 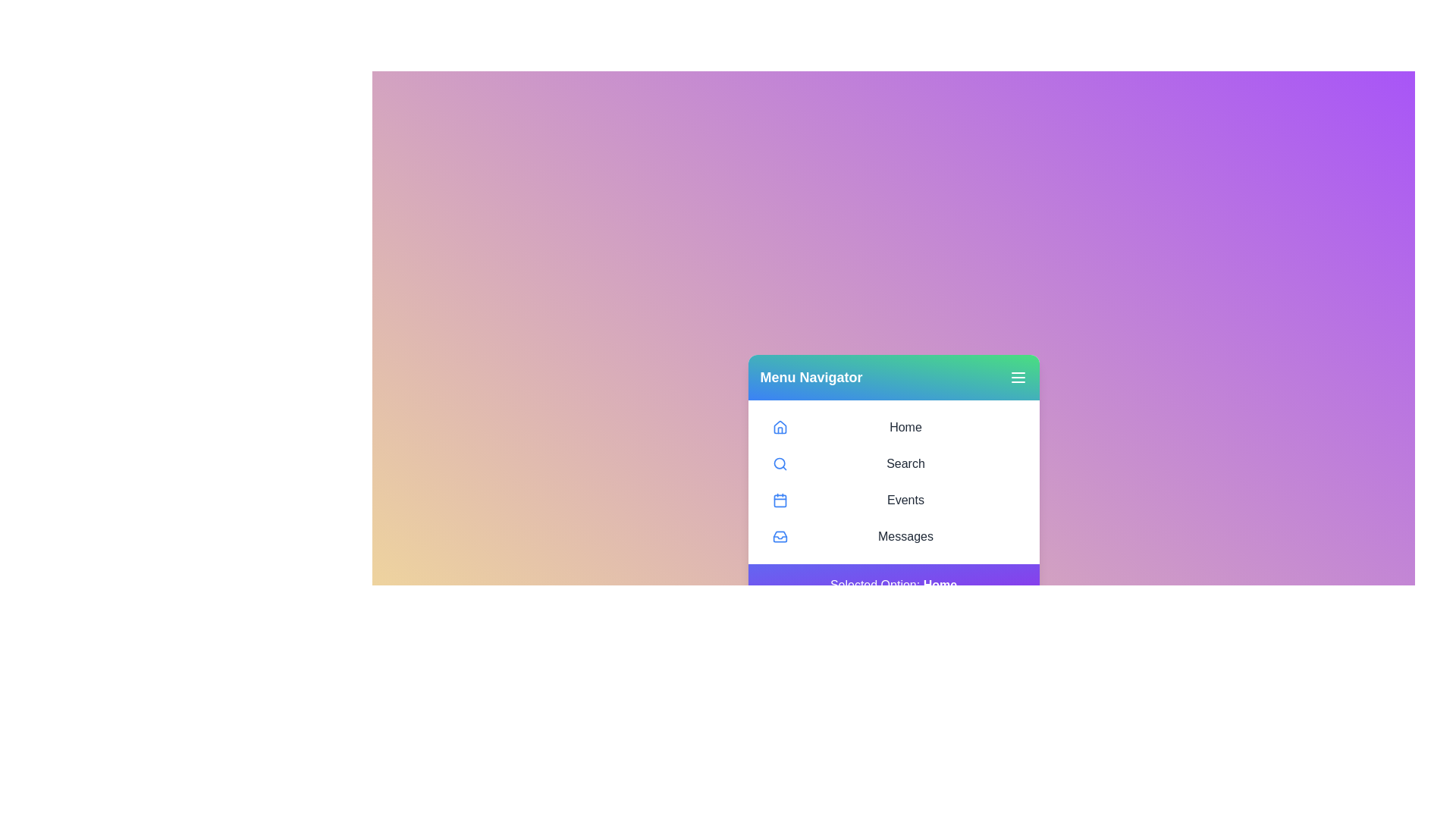 What do you see at coordinates (893, 463) in the screenshot?
I see `the menu item Search from the menu` at bounding box center [893, 463].